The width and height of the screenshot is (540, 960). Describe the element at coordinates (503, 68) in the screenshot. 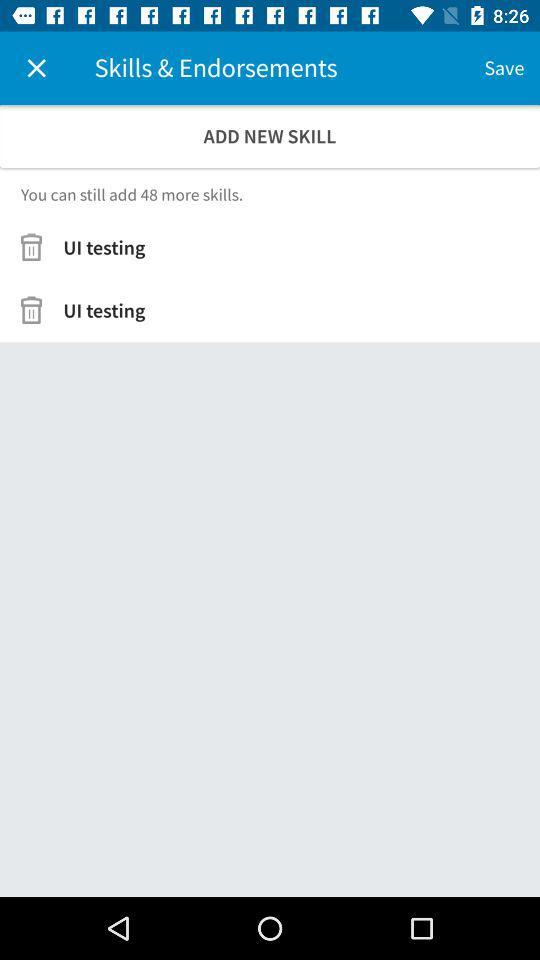

I see `the icon at the top right corner` at that location.